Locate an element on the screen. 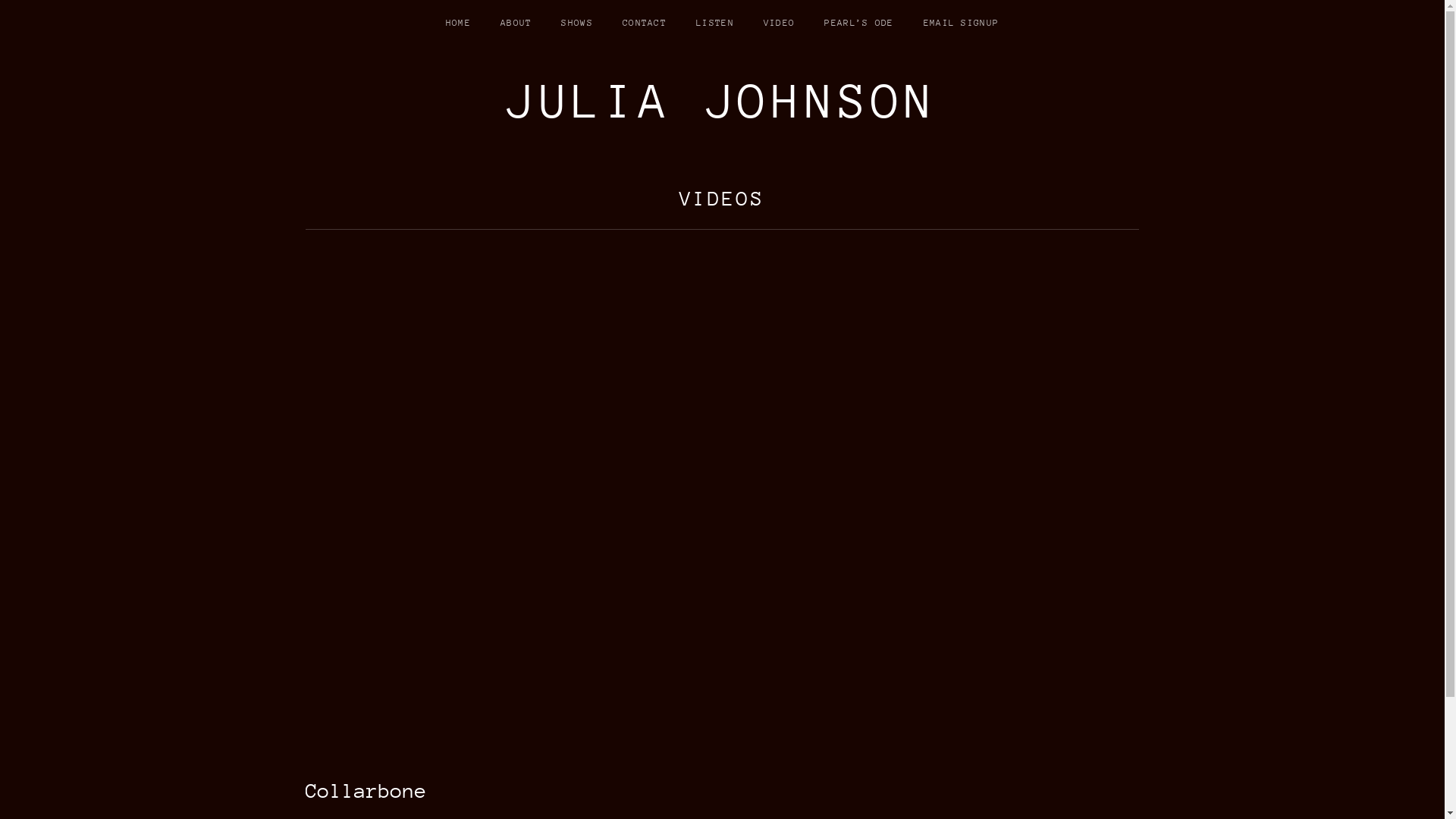 The image size is (1456, 819). 'SHOWS' is located at coordinates (576, 23).